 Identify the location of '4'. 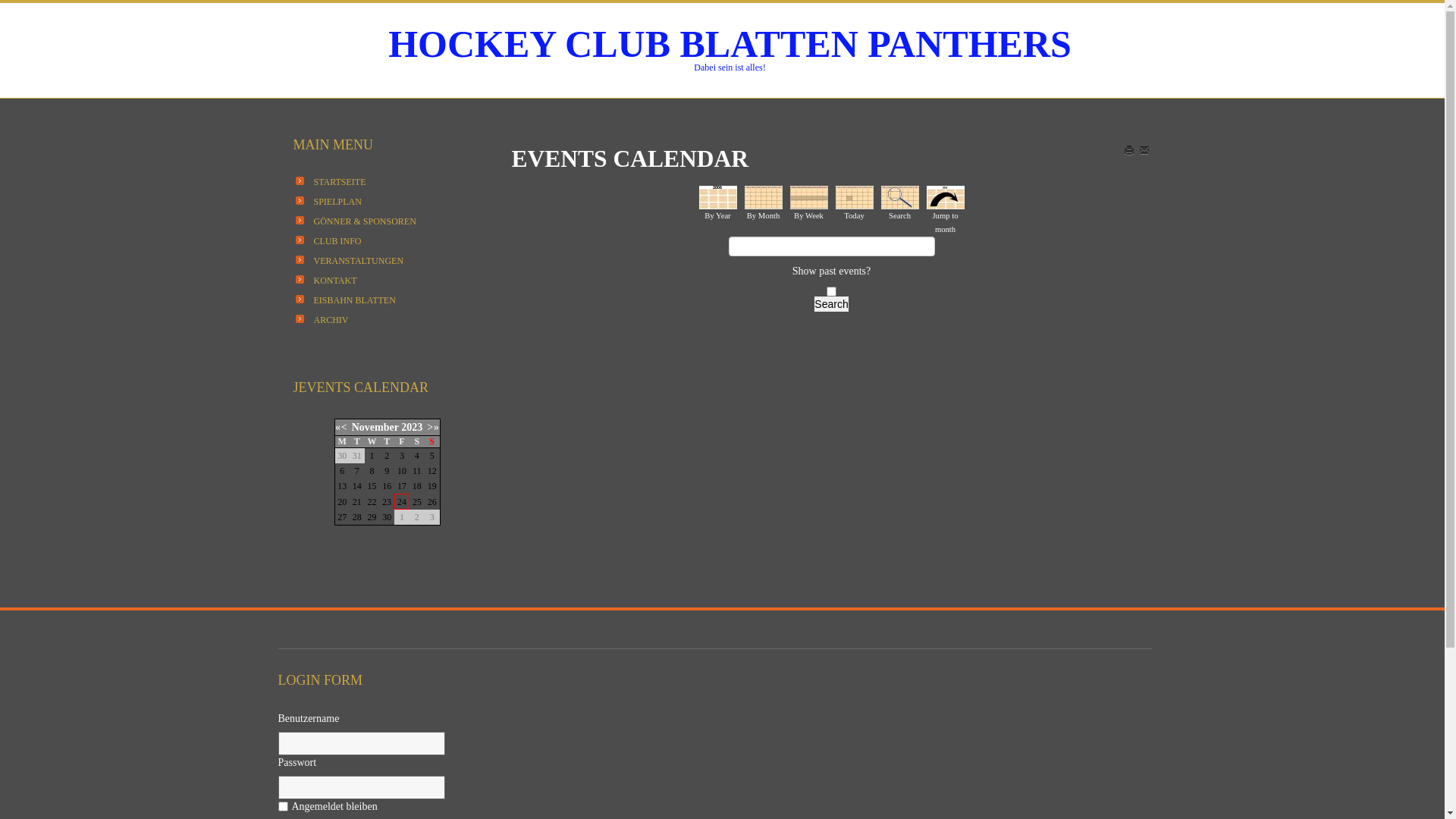
(417, 455).